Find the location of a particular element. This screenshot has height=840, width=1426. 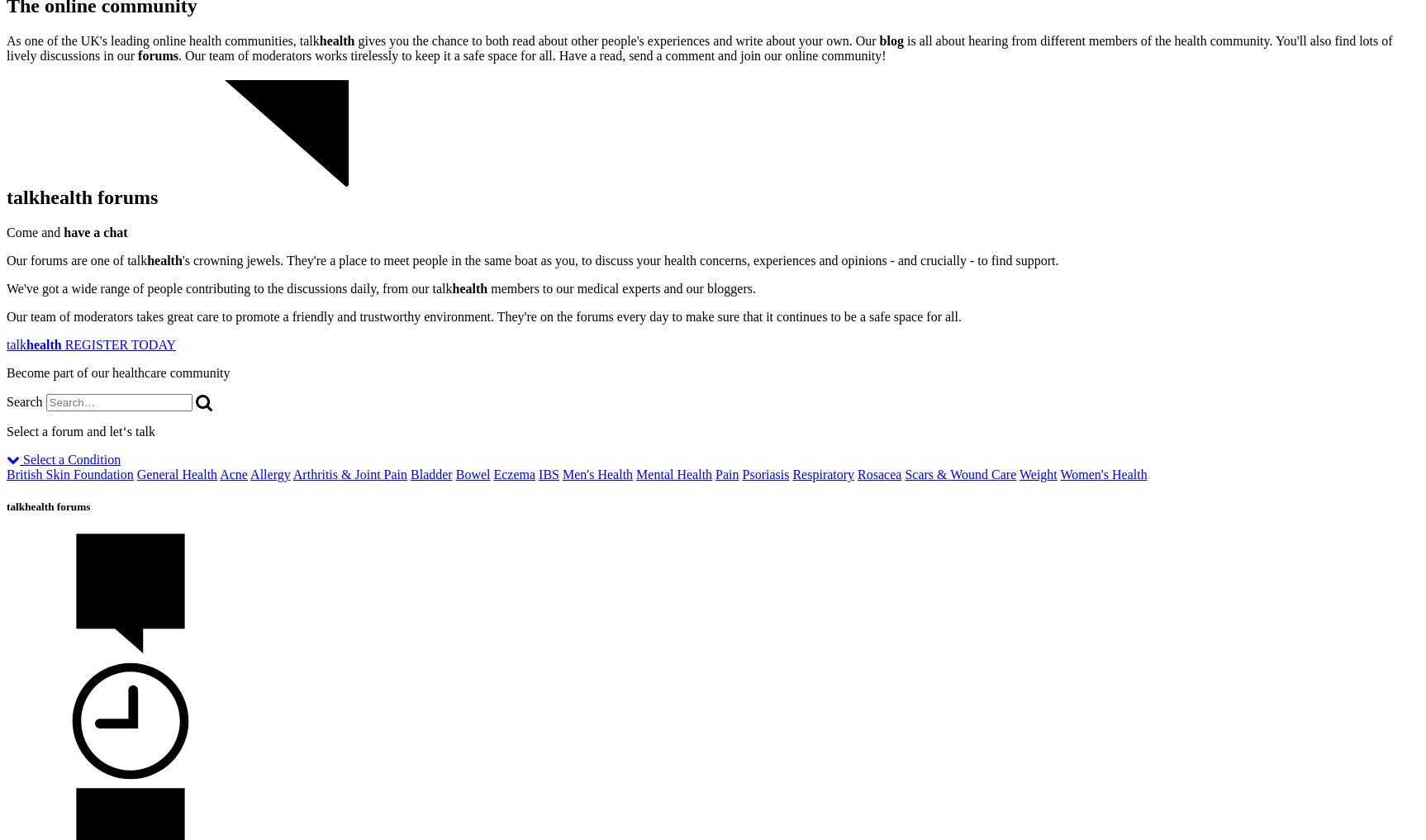

''s crowning jewels. They're a place to meet people in the same boat as you, to discuss your health concerns, experiences and opinions - and crucially - to find support.' is located at coordinates (620, 260).